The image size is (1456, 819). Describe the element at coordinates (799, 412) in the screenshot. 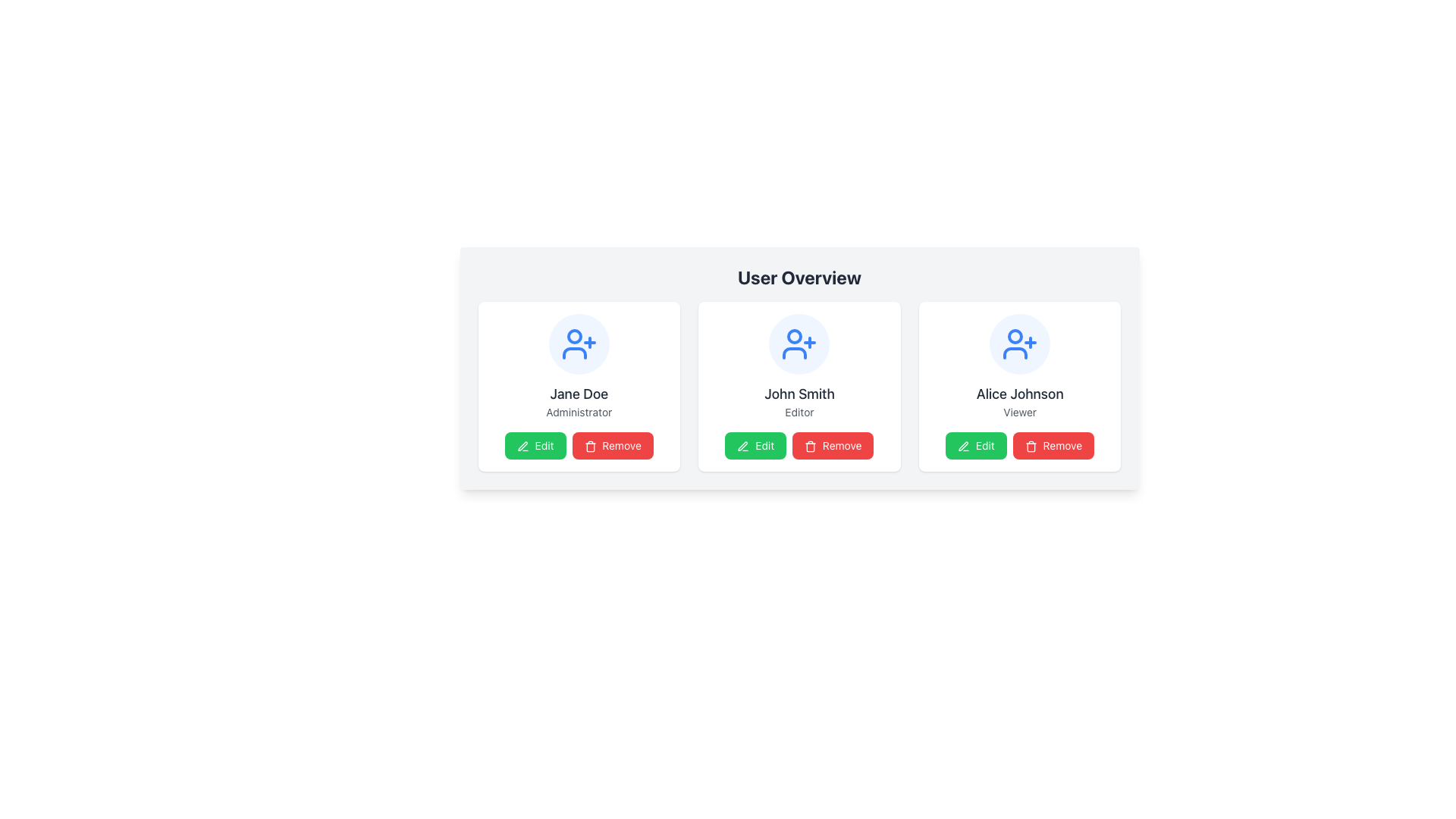

I see `the 'Editor' text label located in the middle card of three horizontally aligned cards, positioned below 'John Smith' and above the action buttons 'Edit' and 'Remove'` at that location.